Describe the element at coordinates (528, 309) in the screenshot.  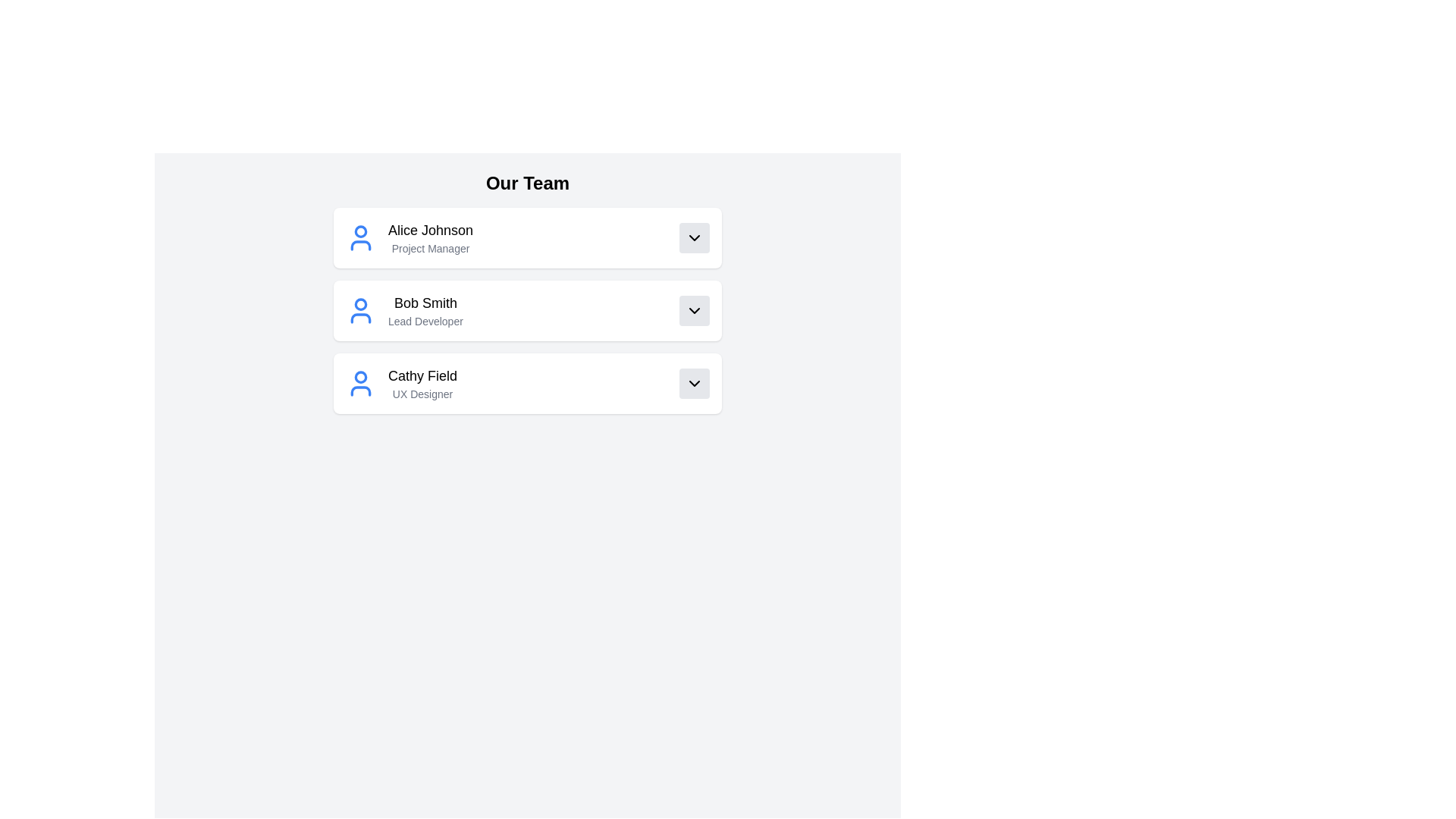
I see `the team member profile for 'Bob Smith, Lead Developer'` at that location.